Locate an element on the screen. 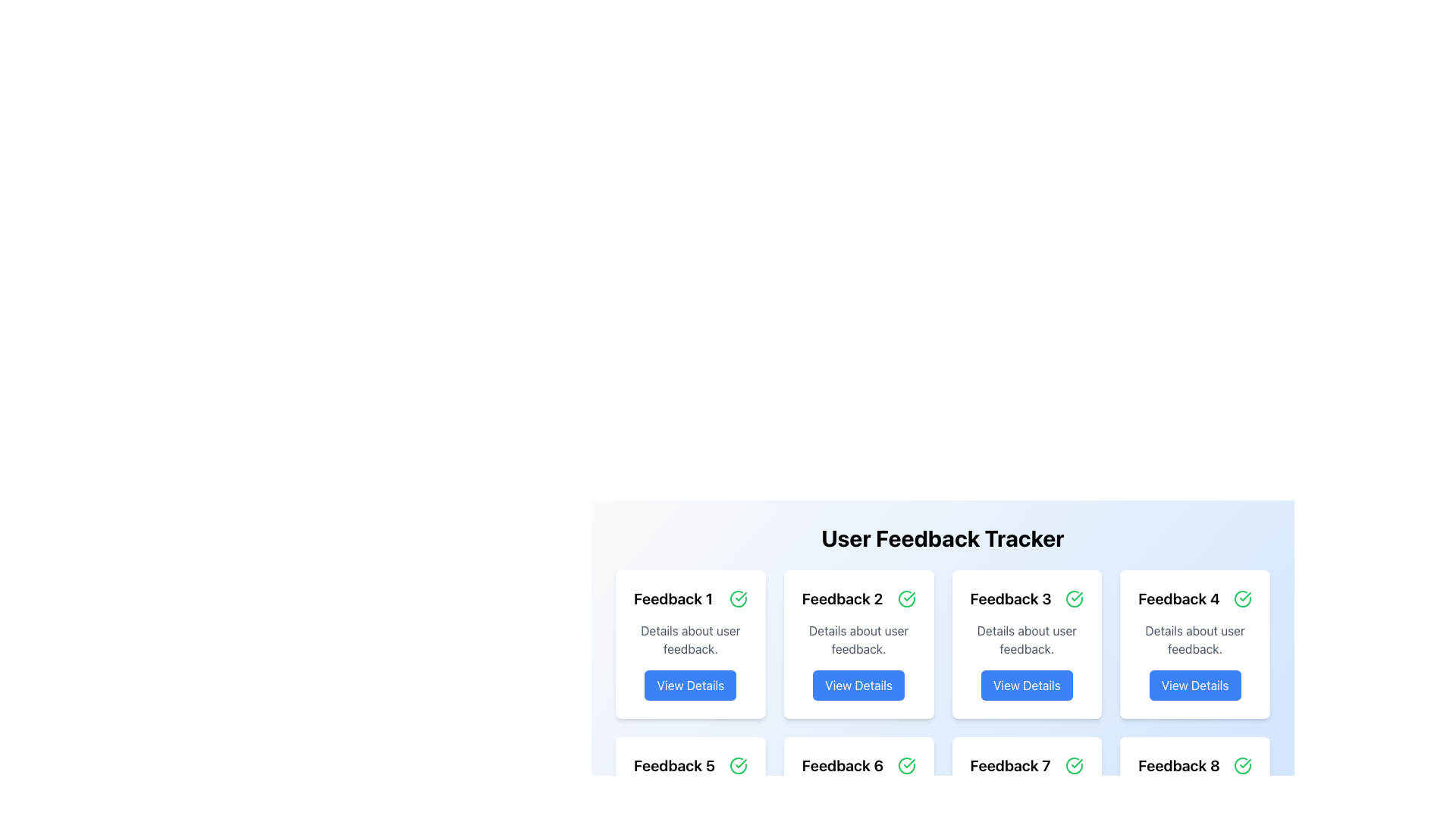 This screenshot has width=1456, height=819. the green checkmark icon indicating a completed status, located within the SVG element near the top-right corner of the 'Feedback 2' card is located at coordinates (741, 595).